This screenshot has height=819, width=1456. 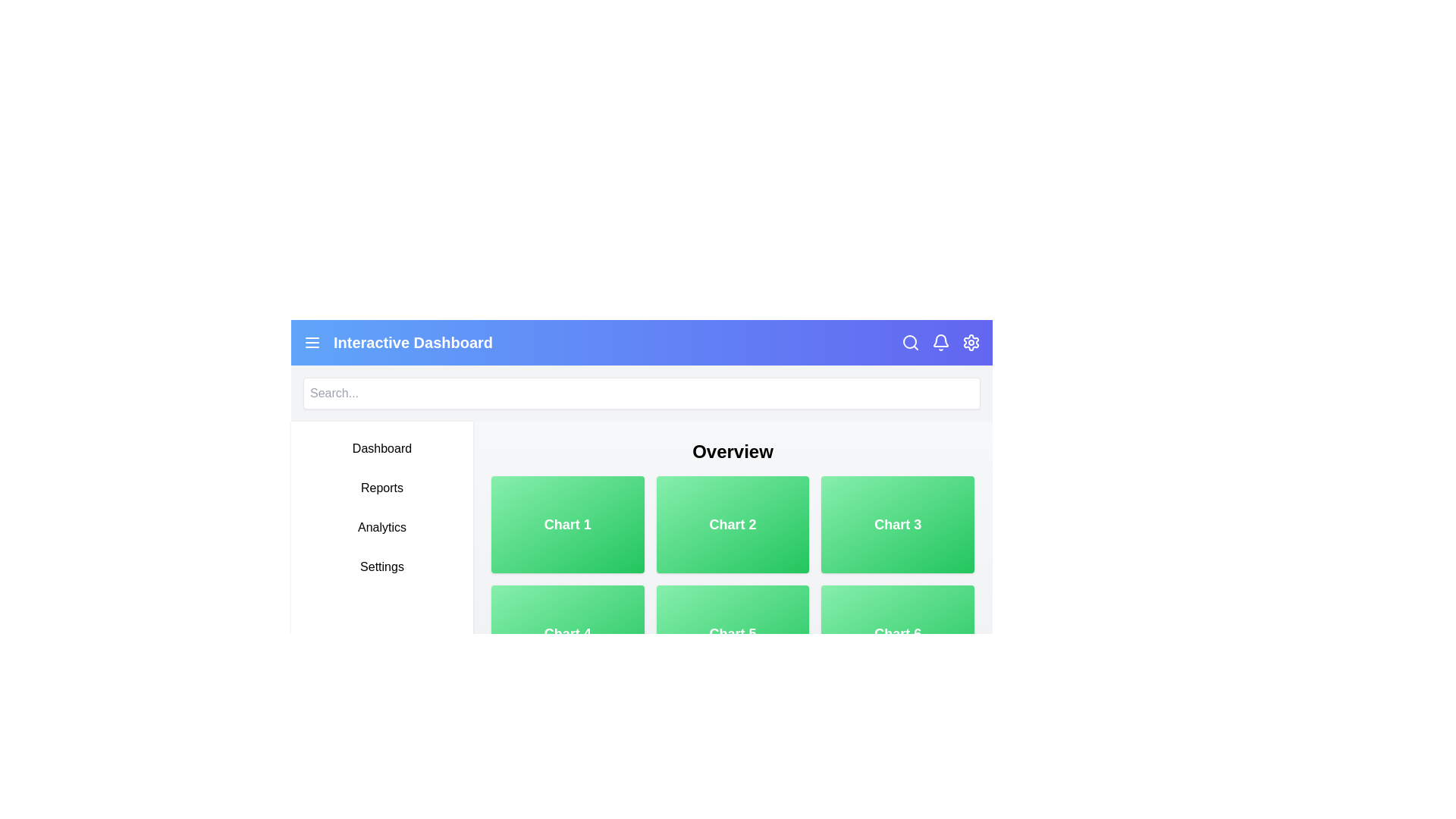 I want to click on the Settings from the sidebar menu, so click(x=382, y=567).